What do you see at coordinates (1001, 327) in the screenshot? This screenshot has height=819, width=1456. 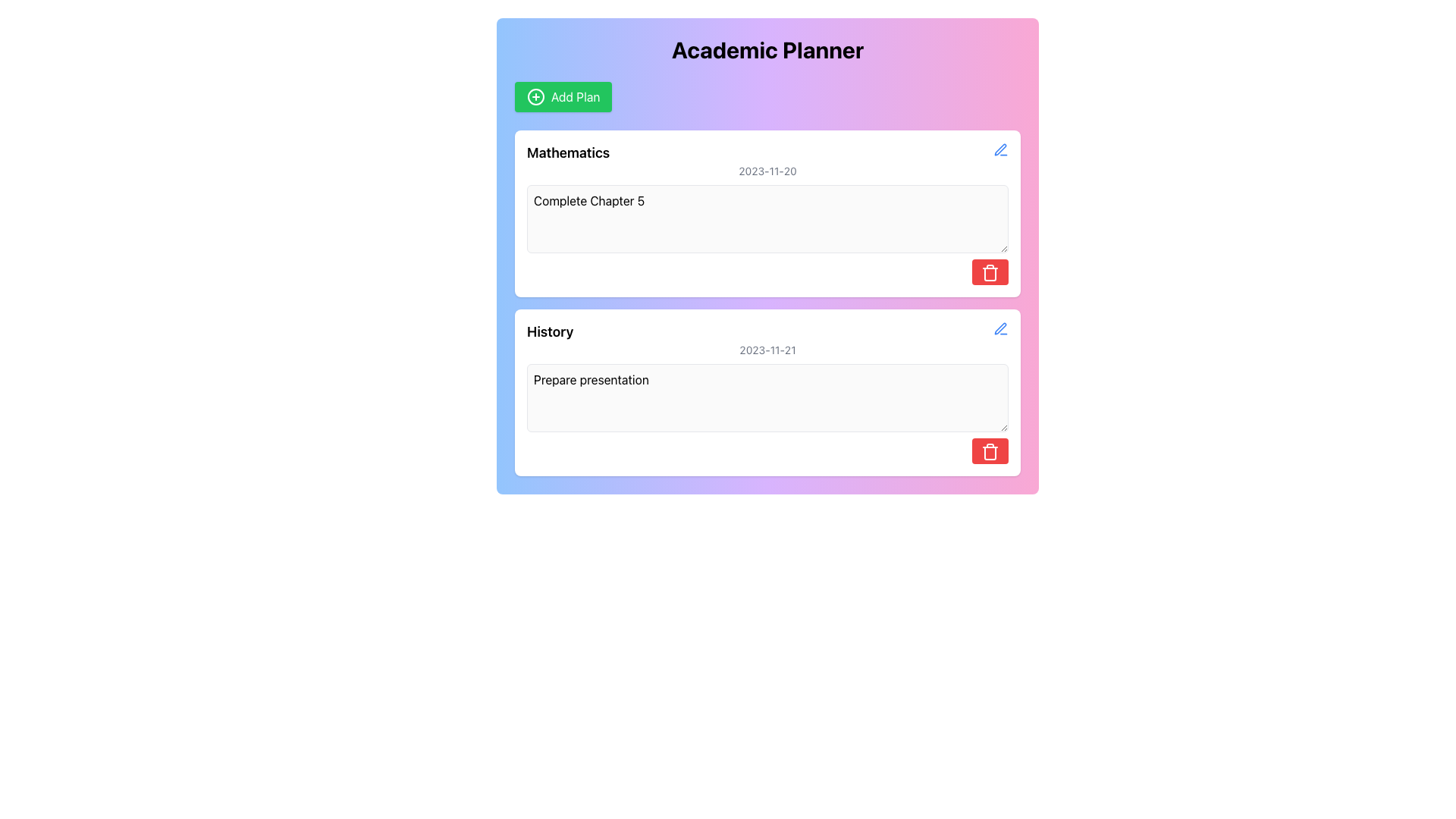 I see `the edit button located in the top-right corner of the 'History' section to initiate editing` at bounding box center [1001, 327].